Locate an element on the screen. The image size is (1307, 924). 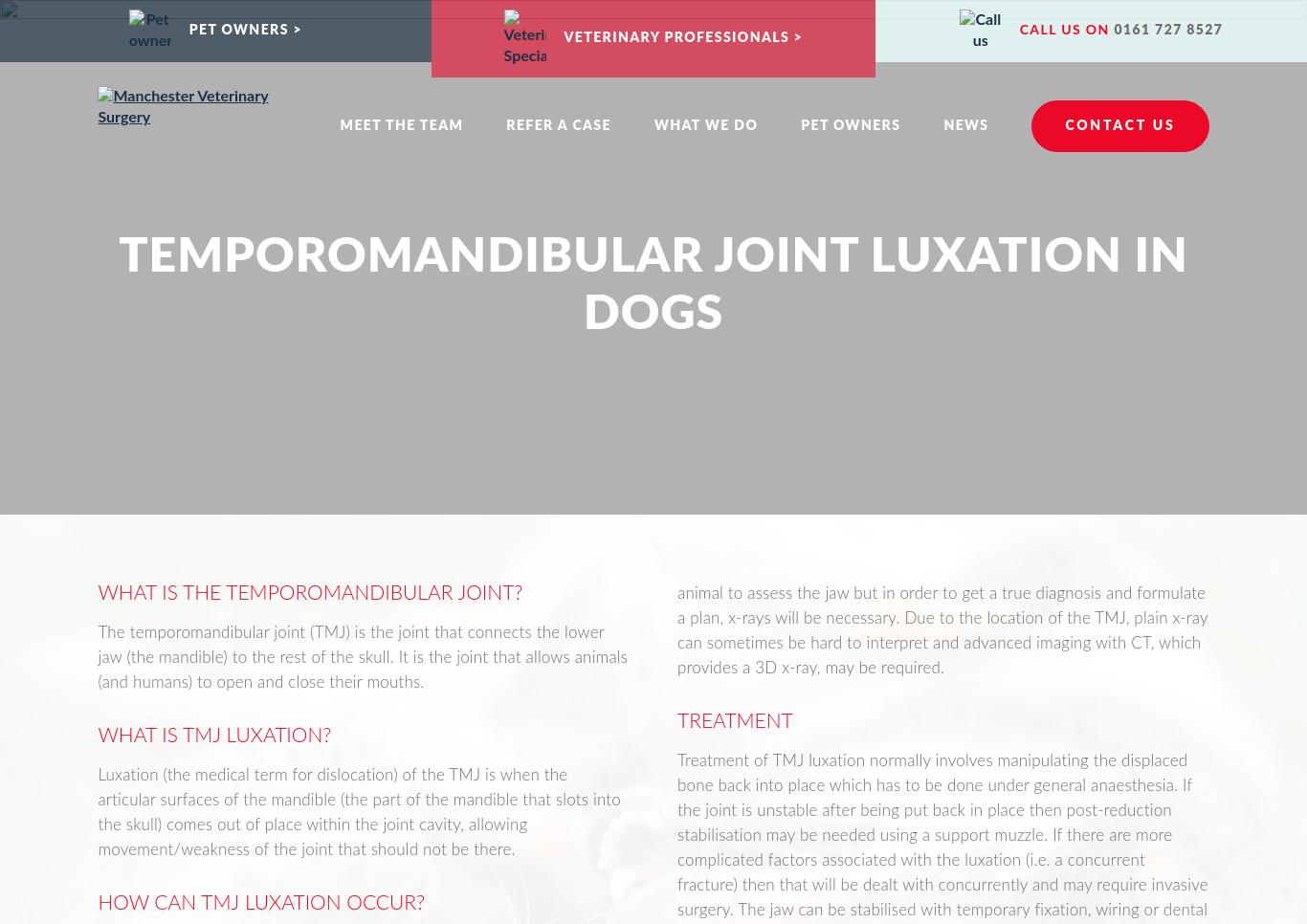
'News' is located at coordinates (942, 125).